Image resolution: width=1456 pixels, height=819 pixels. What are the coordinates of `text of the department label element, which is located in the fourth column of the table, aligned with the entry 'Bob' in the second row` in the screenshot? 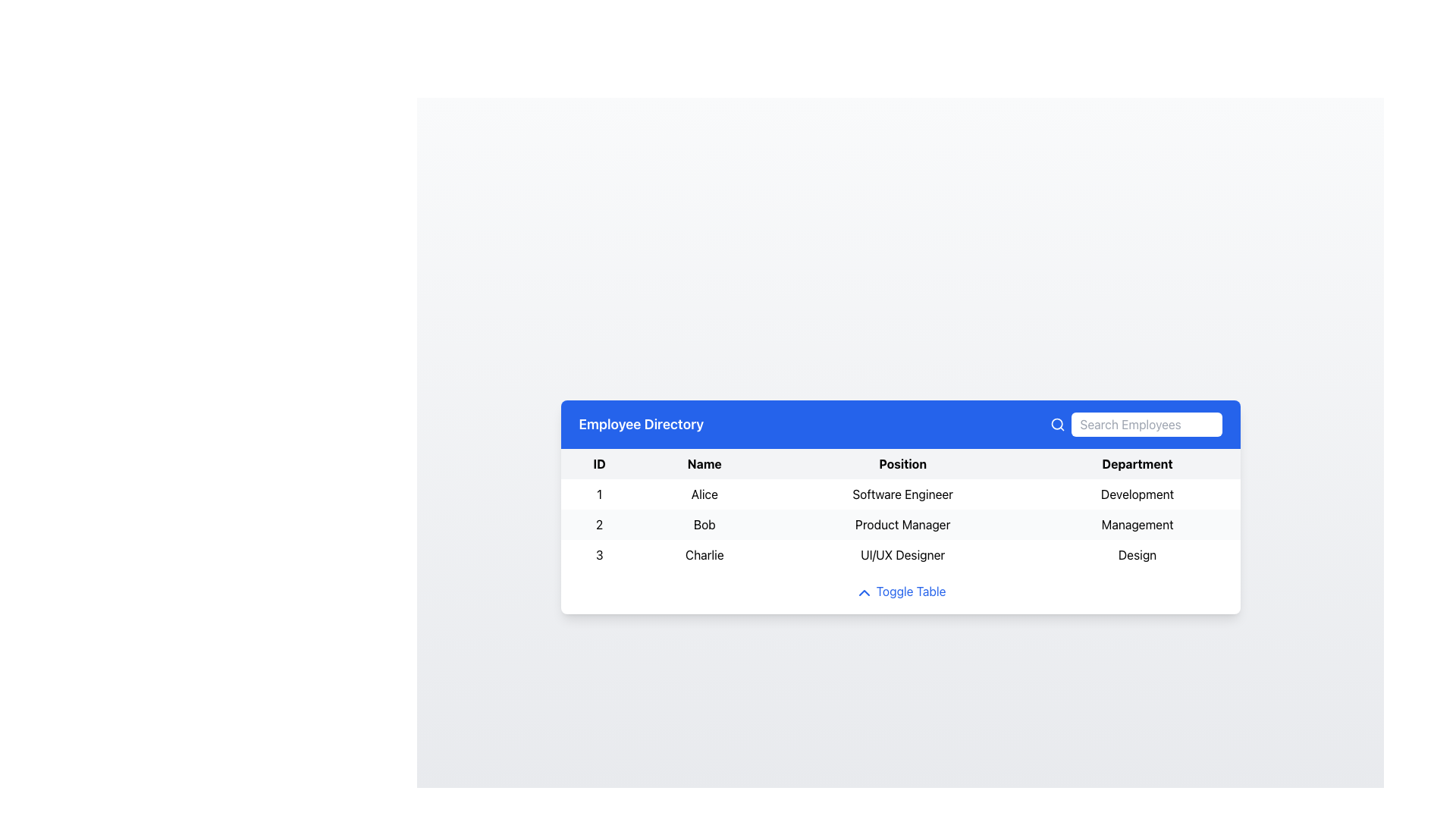 It's located at (1137, 524).